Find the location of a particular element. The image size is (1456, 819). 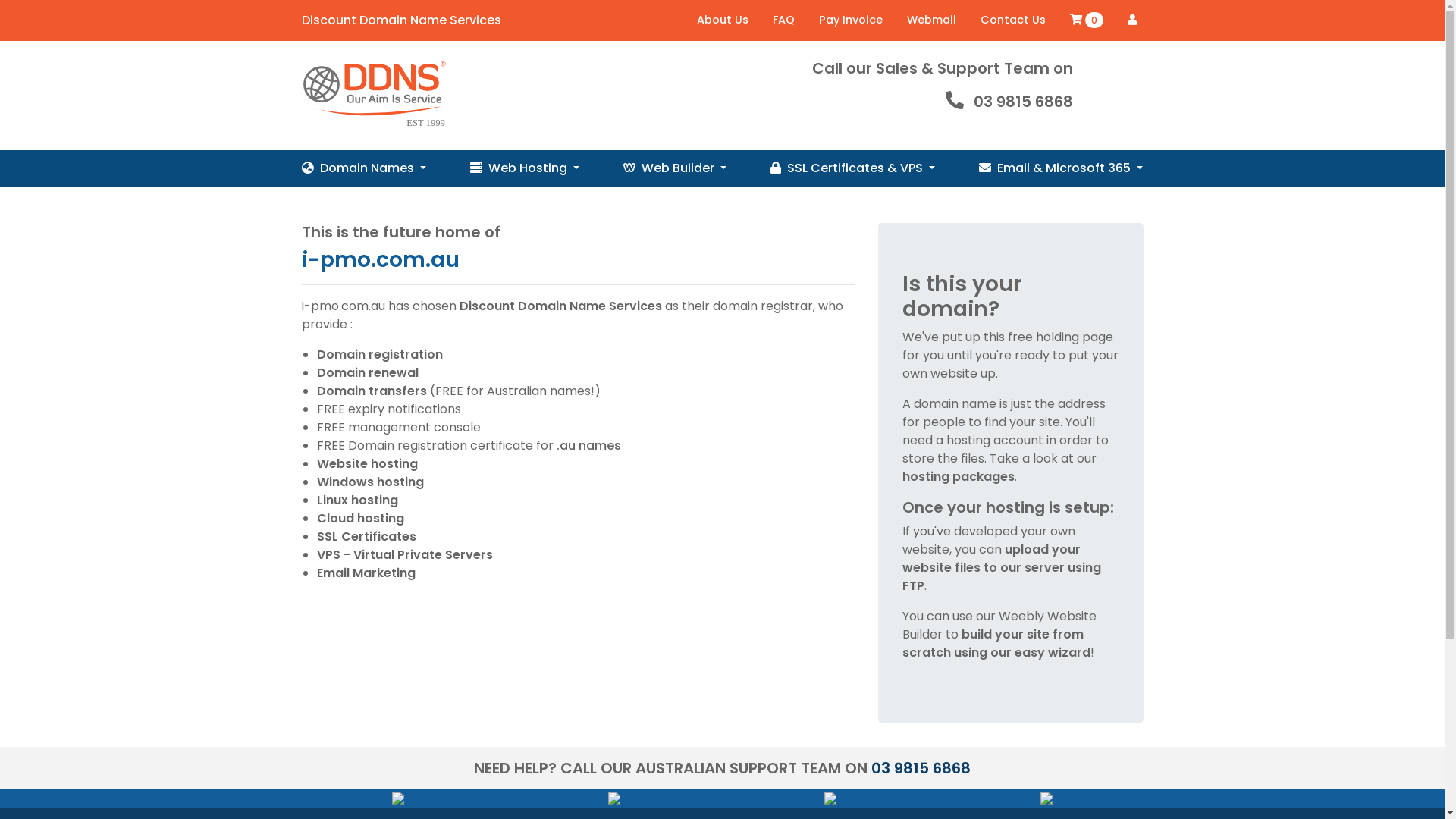

'Domain renewal' is located at coordinates (367, 372).